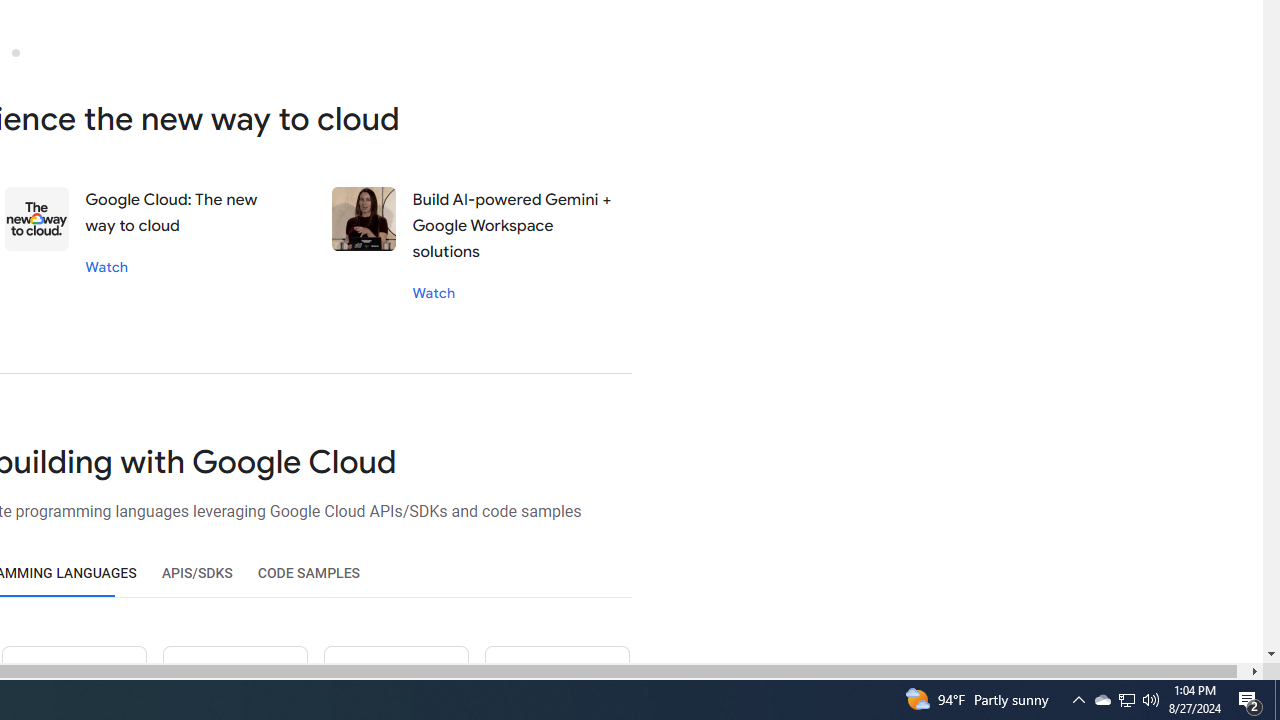  What do you see at coordinates (364, 219) in the screenshot?
I see `'Stephanie wong'` at bounding box center [364, 219].